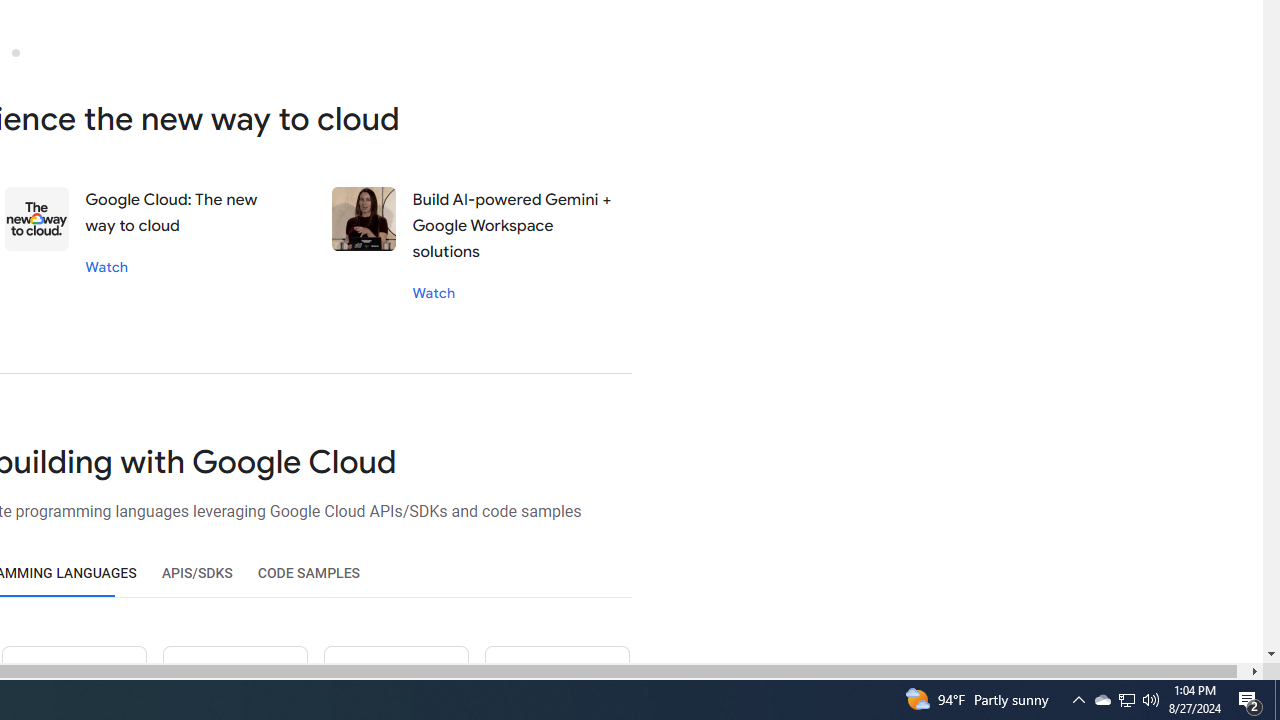  What do you see at coordinates (364, 219) in the screenshot?
I see `'Stephanie wong'` at bounding box center [364, 219].